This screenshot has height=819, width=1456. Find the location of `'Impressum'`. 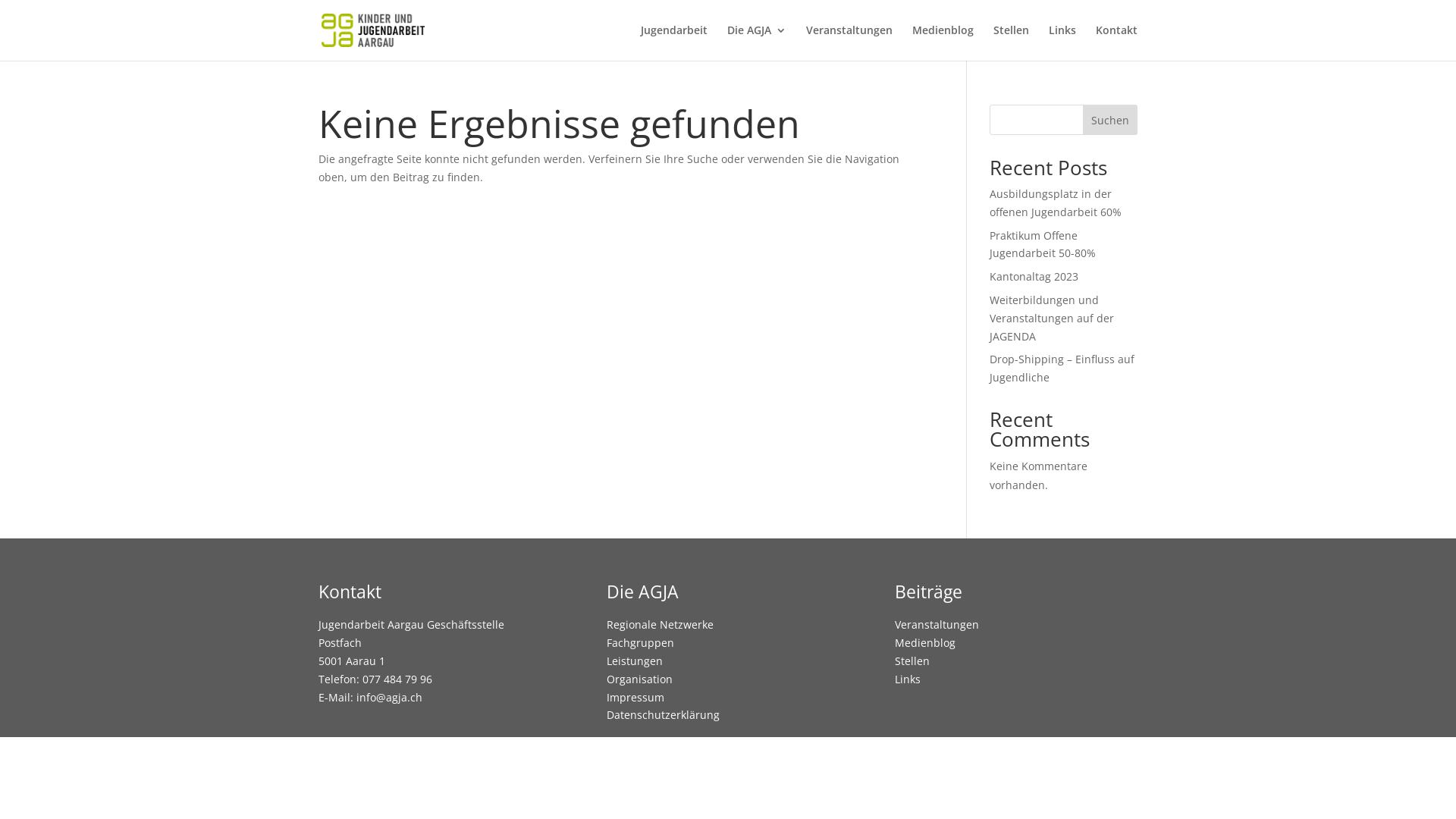

'Impressum' is located at coordinates (635, 697).